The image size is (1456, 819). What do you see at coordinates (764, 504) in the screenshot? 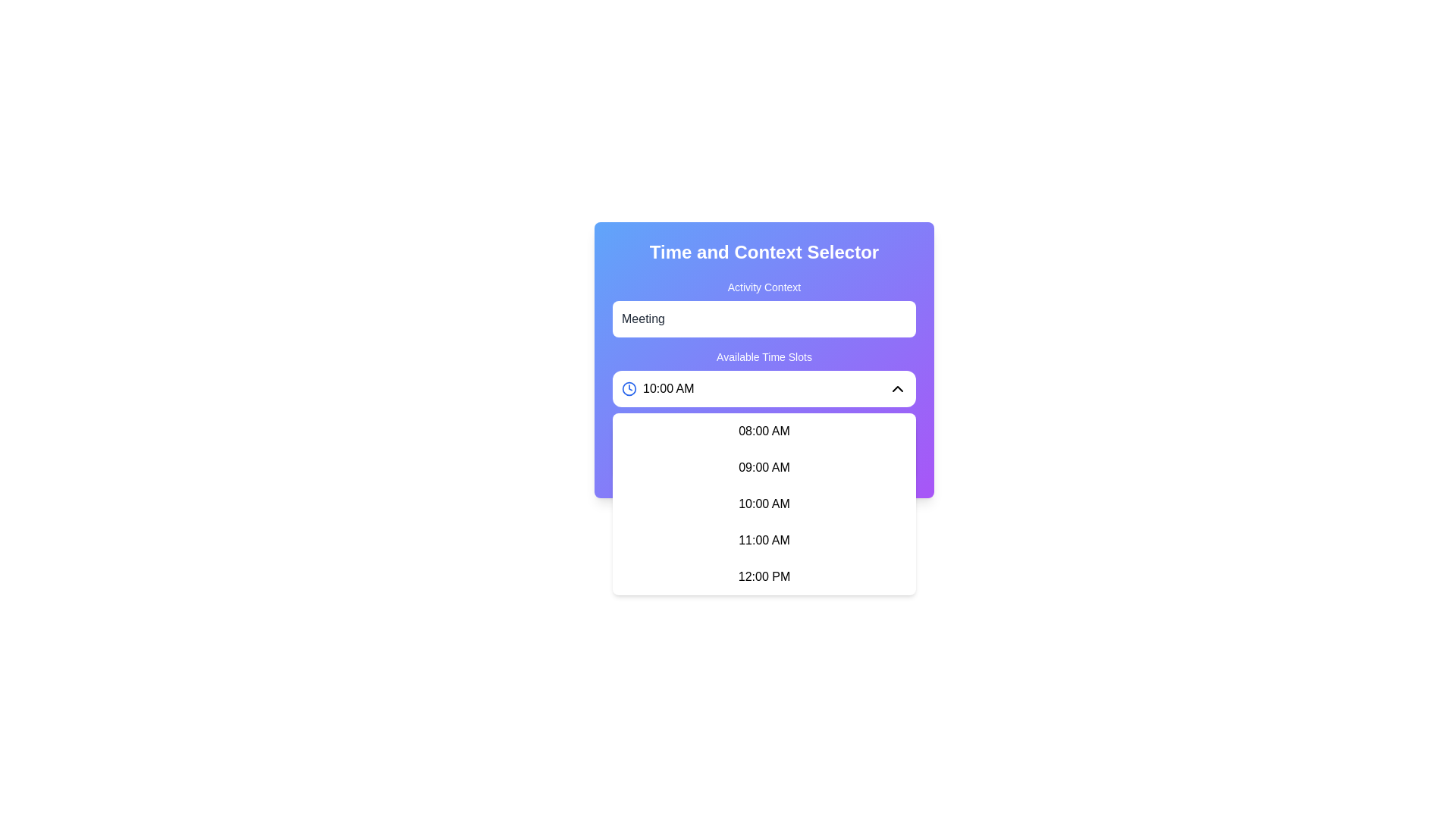
I see `the dropdown menu for selecting time slots located below the 'Available Time Slots' label, currently showing '10:00 AM'` at bounding box center [764, 504].